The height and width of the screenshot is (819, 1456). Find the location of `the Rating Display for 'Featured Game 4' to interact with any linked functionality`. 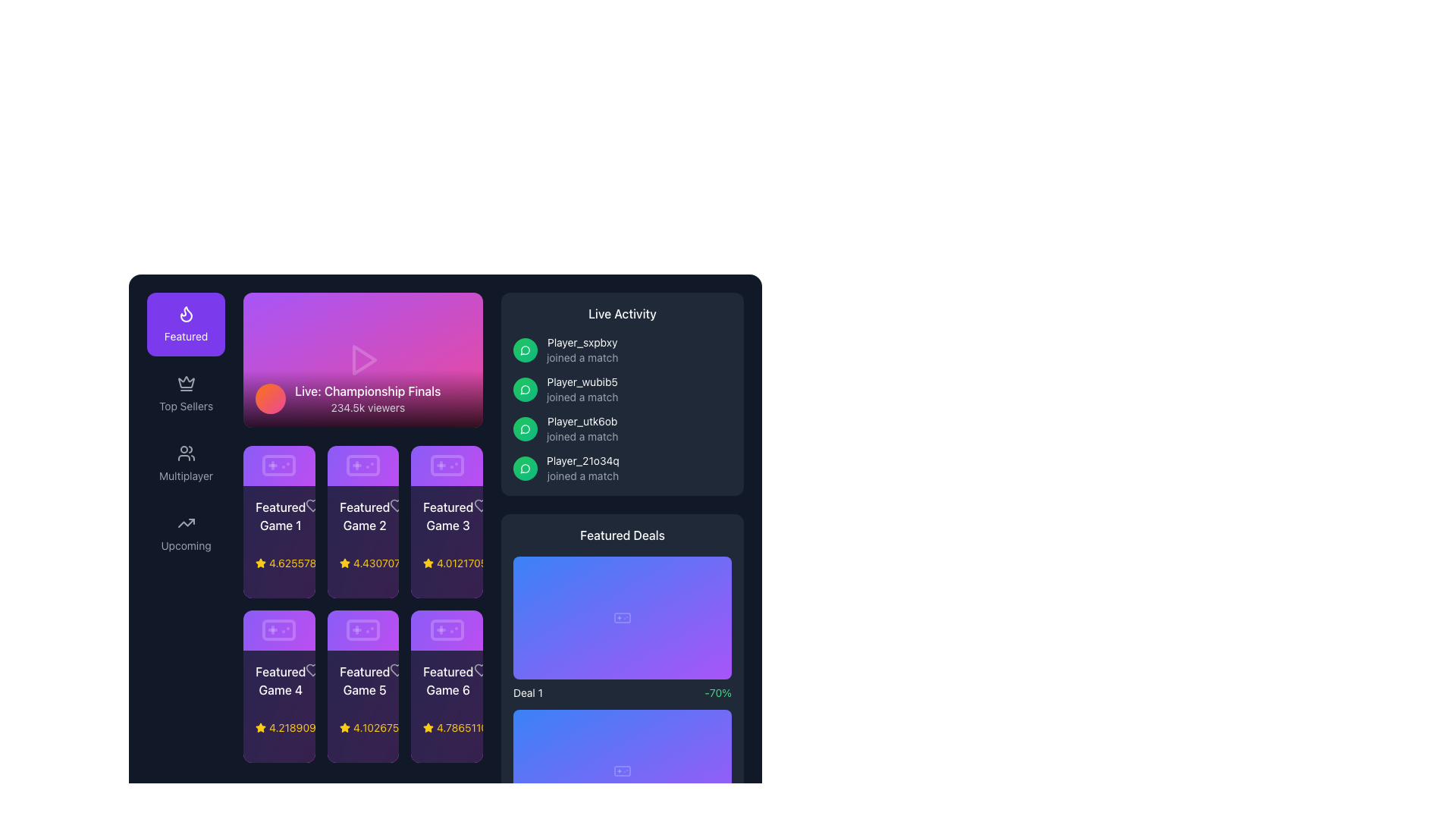

the Rating Display for 'Featured Game 4' to interact with any linked functionality is located at coordinates (279, 727).